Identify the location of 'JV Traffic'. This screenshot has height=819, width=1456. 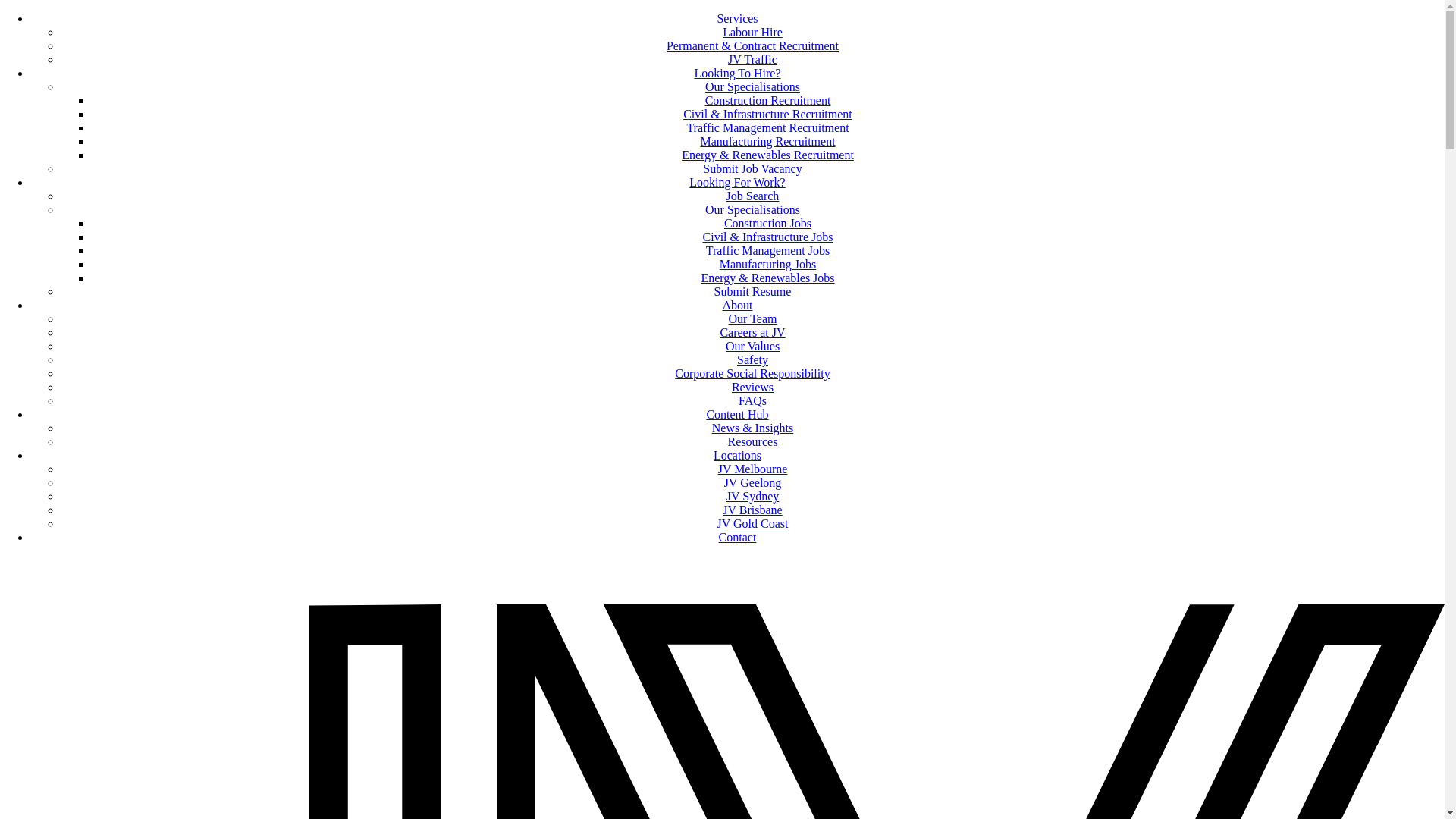
(752, 58).